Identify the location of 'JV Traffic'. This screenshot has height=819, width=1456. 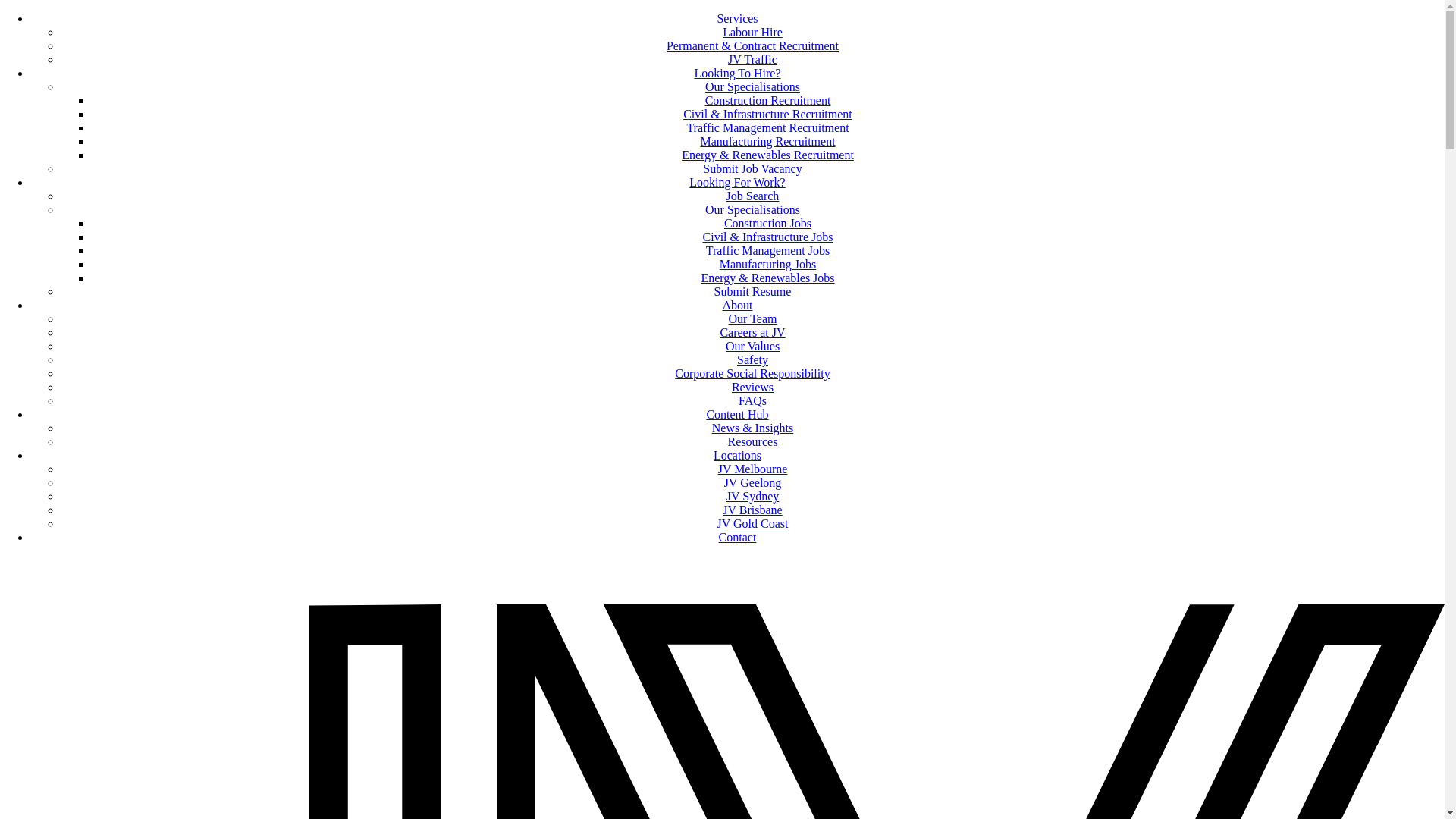
(752, 58).